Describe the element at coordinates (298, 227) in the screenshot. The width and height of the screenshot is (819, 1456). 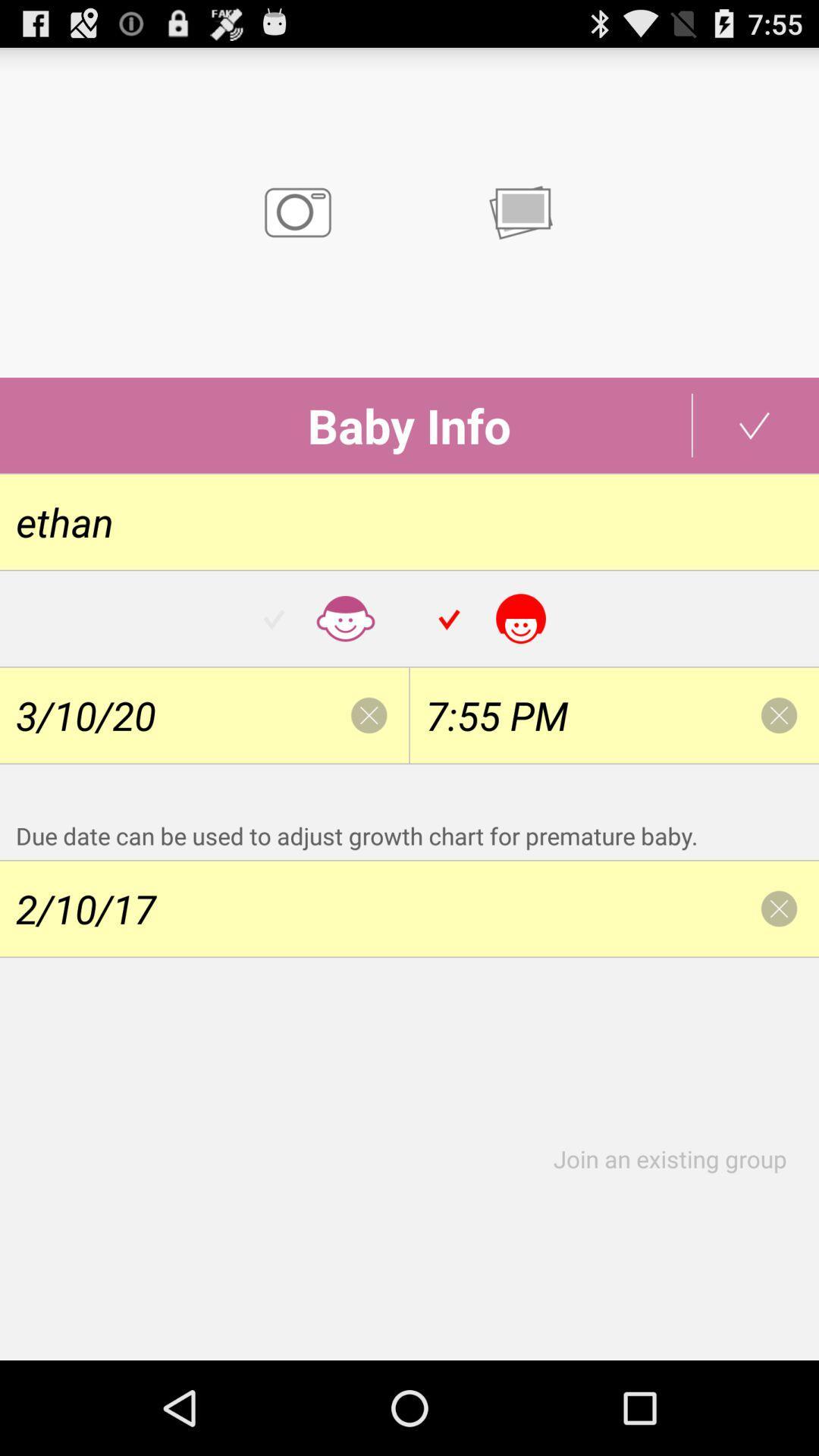
I see `the photo icon` at that location.